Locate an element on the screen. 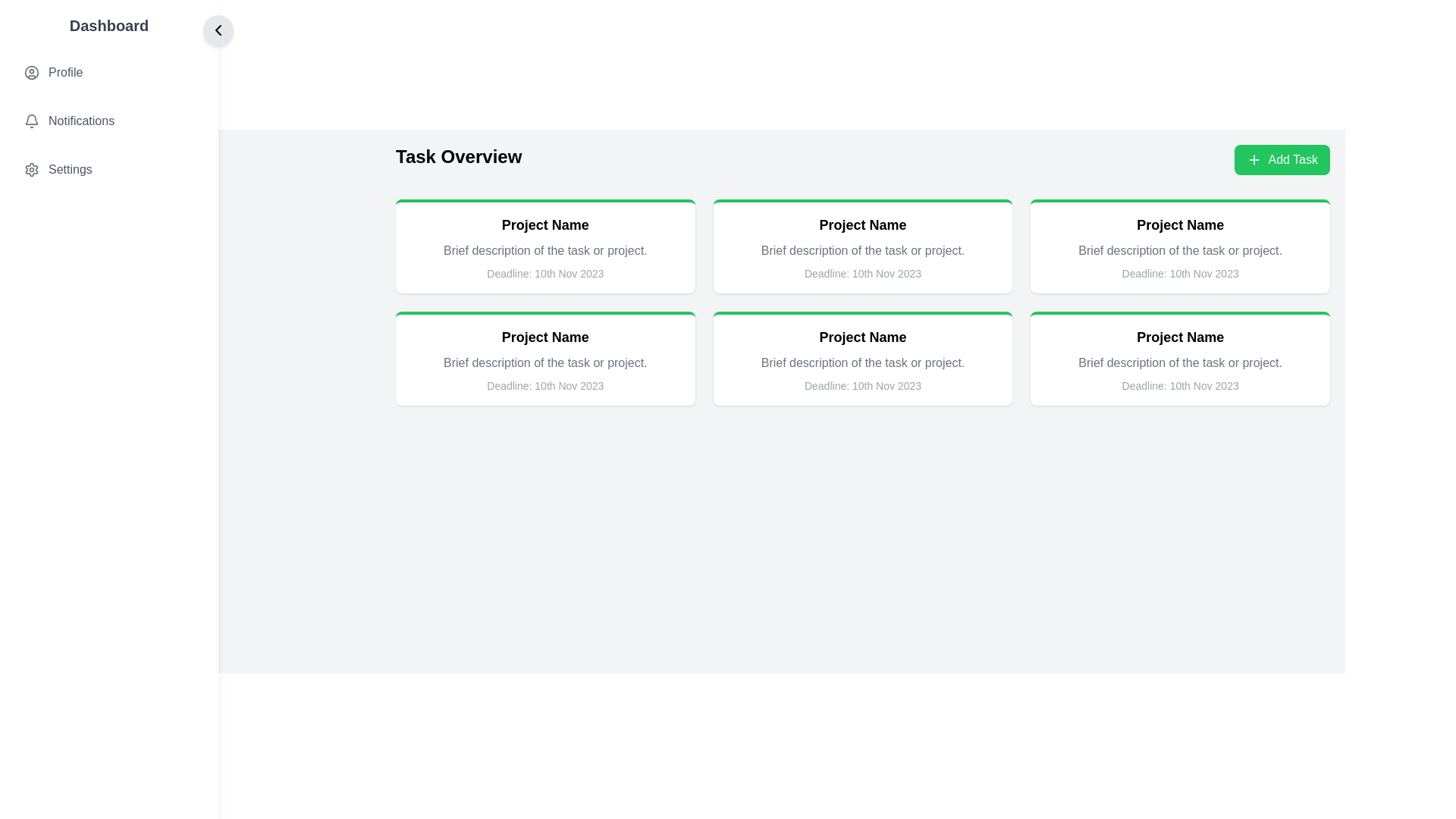  the text label displaying 'Deadline: 10th Nov 2023', which is styled in a smaller gray font and located at the bottom of the fourth card in a two-by-two grid layout is located at coordinates (1179, 385).